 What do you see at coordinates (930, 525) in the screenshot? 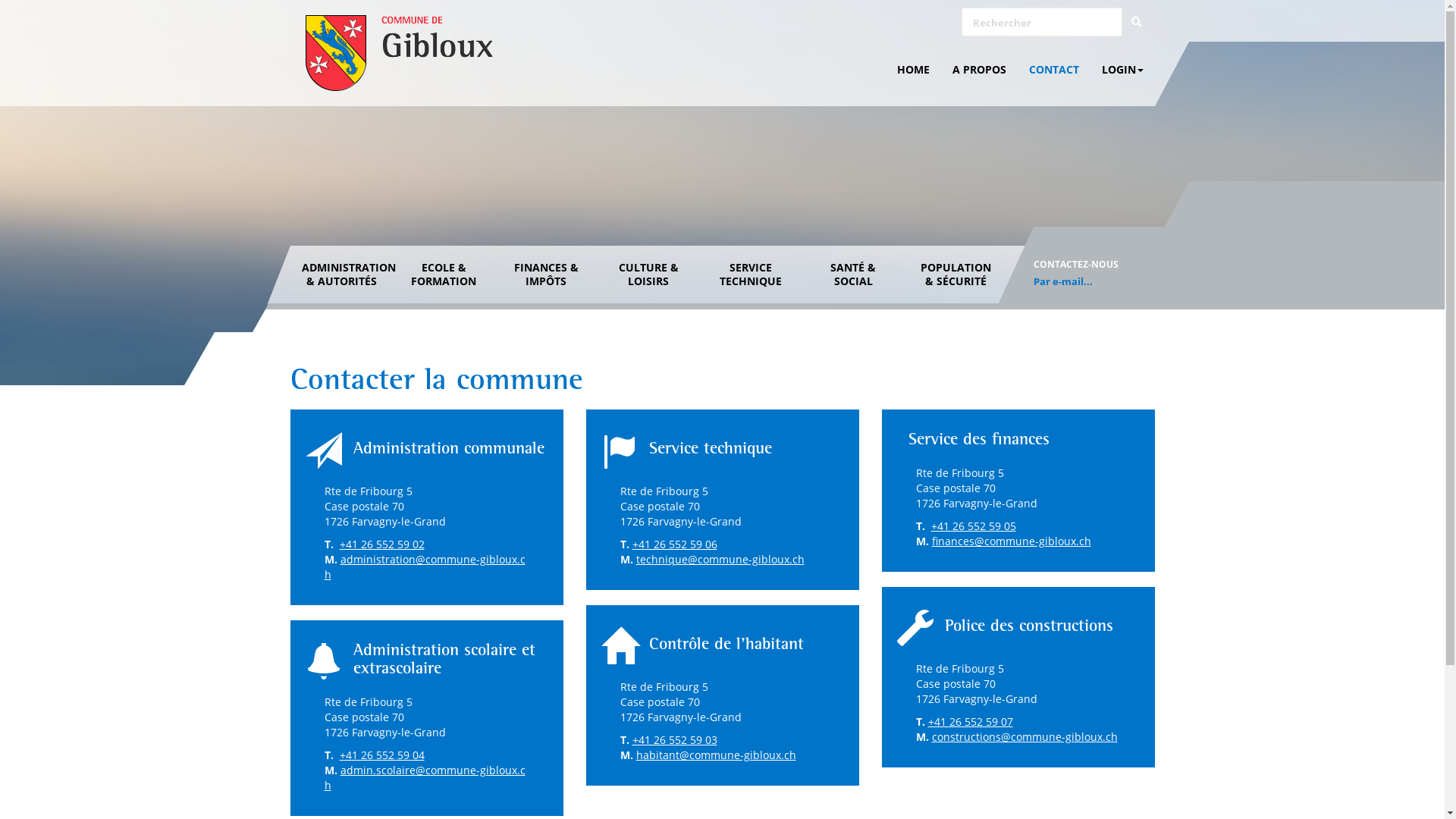
I see `'+41 26 552 59 05'` at bounding box center [930, 525].